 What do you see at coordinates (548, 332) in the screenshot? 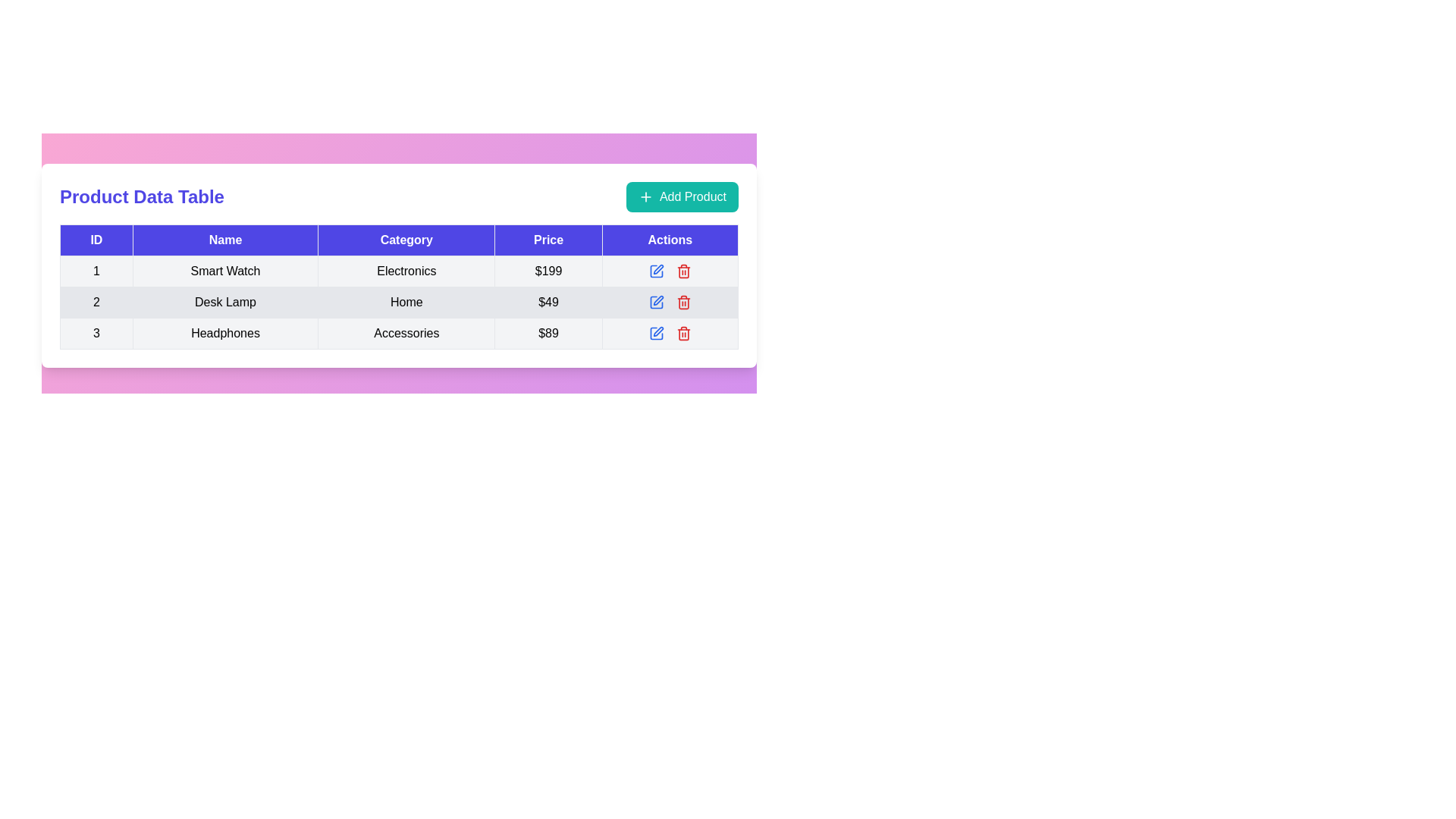
I see `text '$89' from the table cell in the fourth column of the third row, which is identified by its first cell containing '3' and the second cell containing 'Headphones'` at bounding box center [548, 332].